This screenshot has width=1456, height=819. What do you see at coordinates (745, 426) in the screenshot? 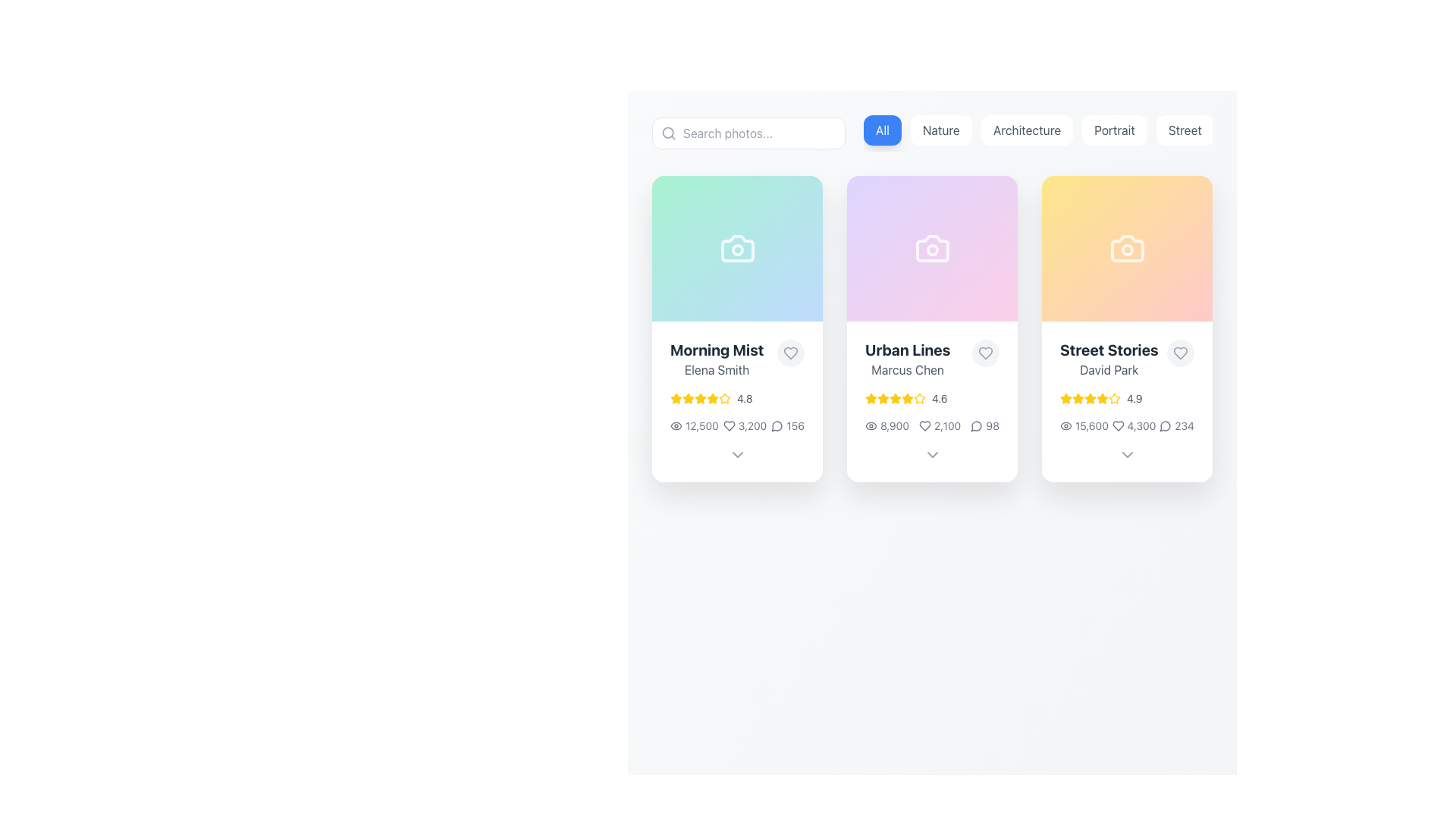
I see `the 'likes' or 'favorites' icon located within the 'Morning Mist' card, positioned between the view count '12,500' and the comment count '156'` at bounding box center [745, 426].